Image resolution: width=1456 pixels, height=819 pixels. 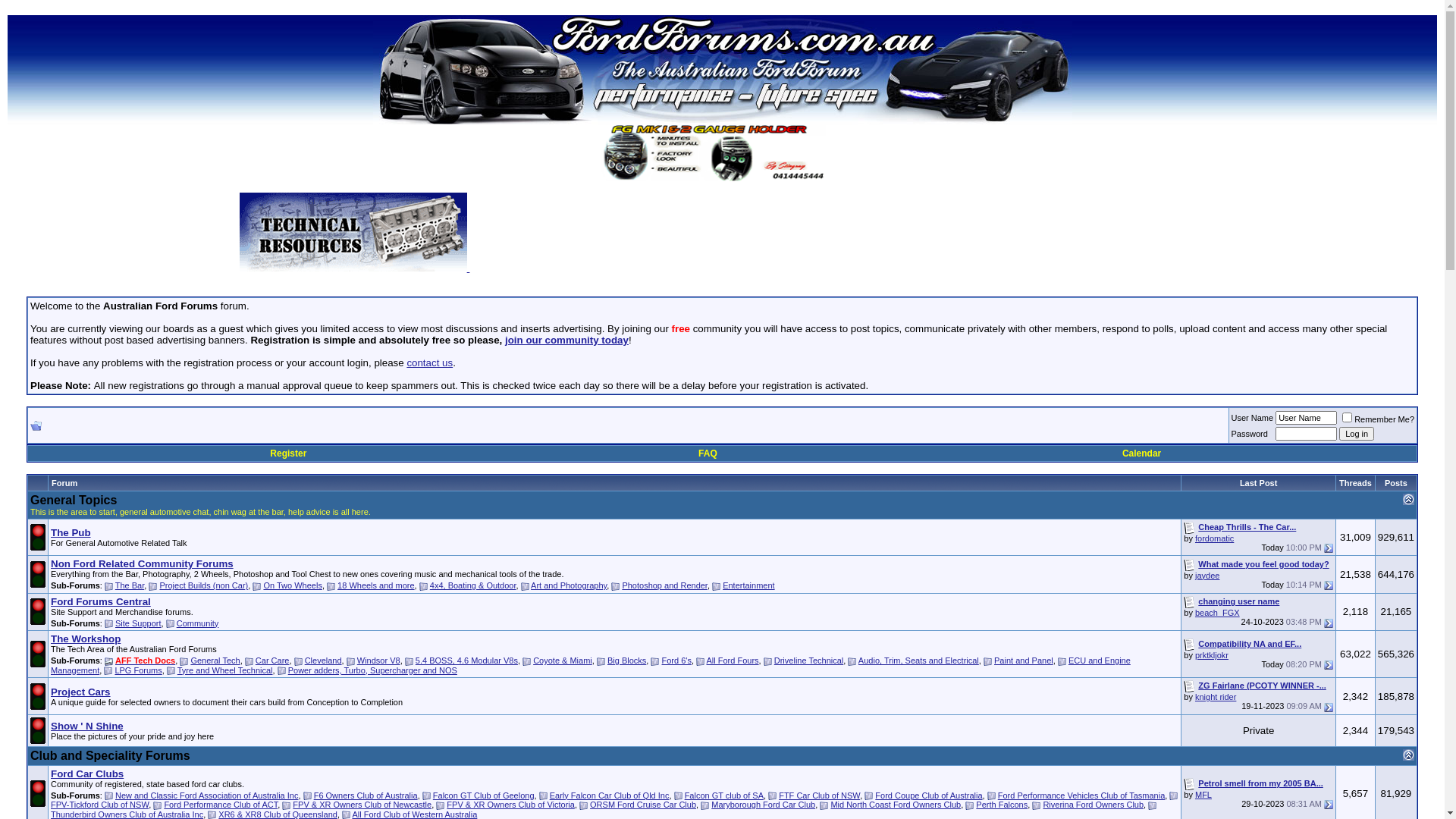 I want to click on 'join our community today', so click(x=566, y=339).